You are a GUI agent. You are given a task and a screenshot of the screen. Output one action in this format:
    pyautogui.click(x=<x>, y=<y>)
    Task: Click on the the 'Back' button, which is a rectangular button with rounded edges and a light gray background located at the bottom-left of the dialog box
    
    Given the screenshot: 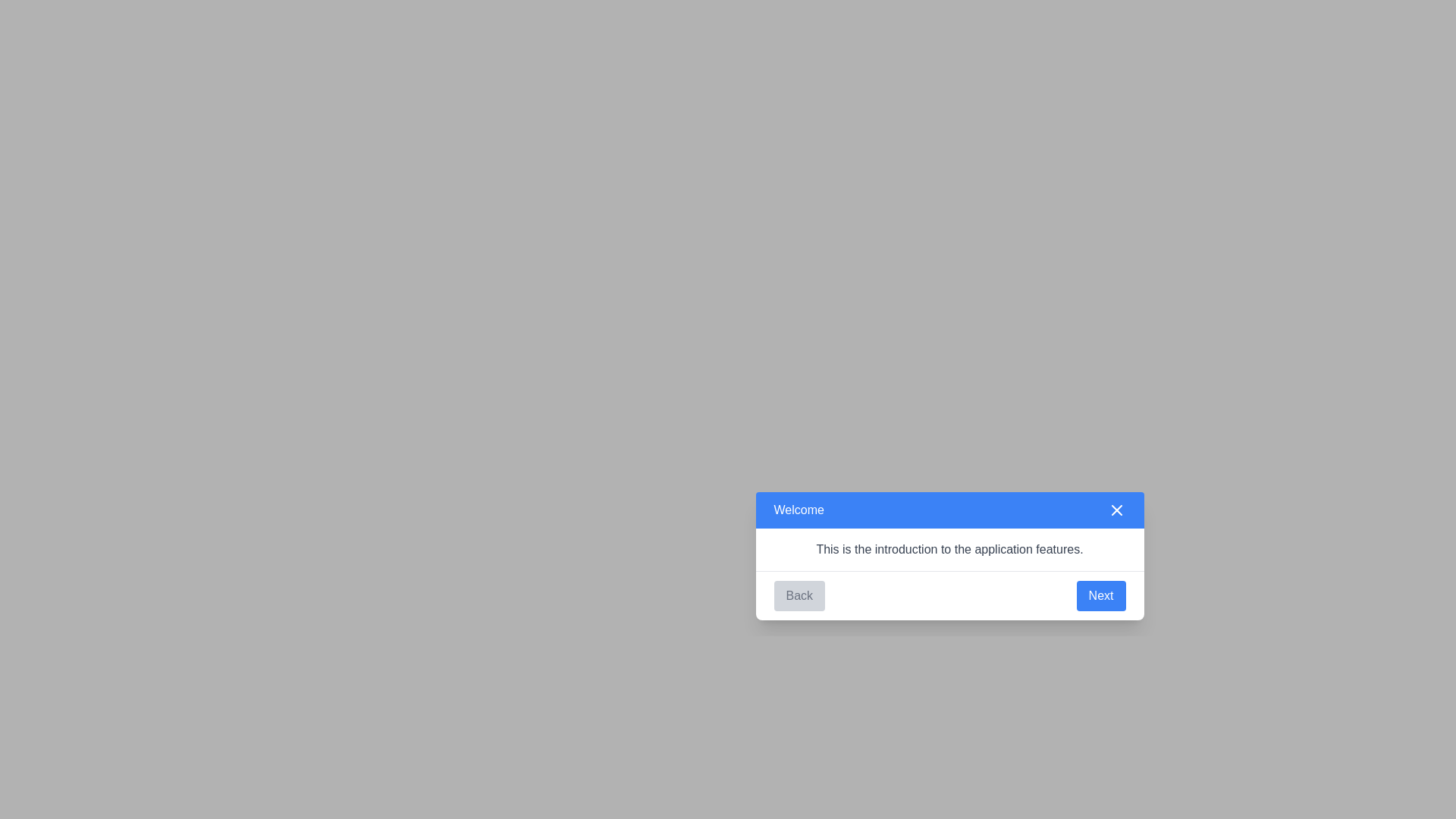 What is the action you would take?
    pyautogui.click(x=799, y=595)
    